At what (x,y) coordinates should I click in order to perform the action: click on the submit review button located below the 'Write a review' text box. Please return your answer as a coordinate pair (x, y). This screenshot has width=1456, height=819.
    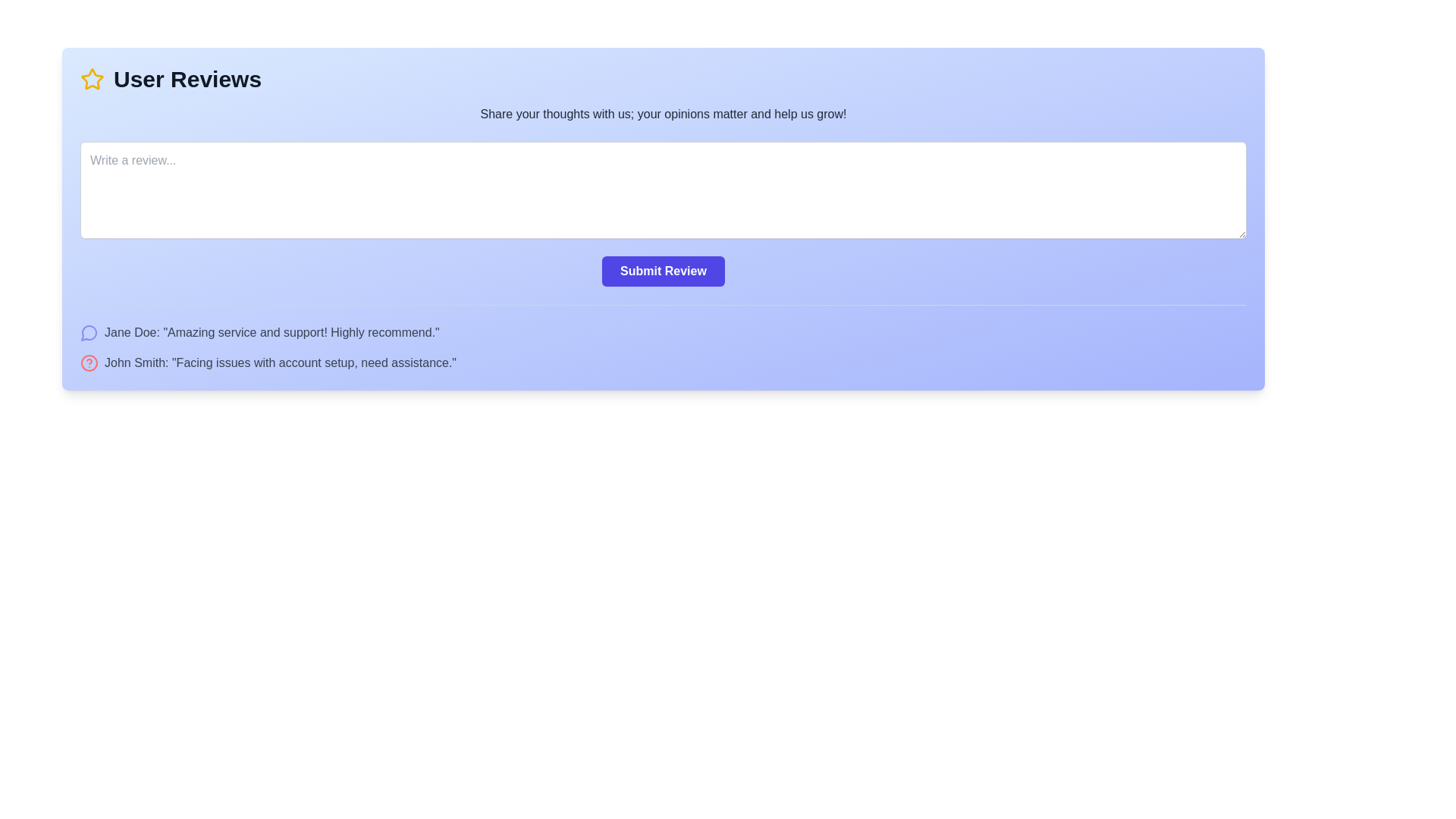
    Looking at the image, I should click on (663, 271).